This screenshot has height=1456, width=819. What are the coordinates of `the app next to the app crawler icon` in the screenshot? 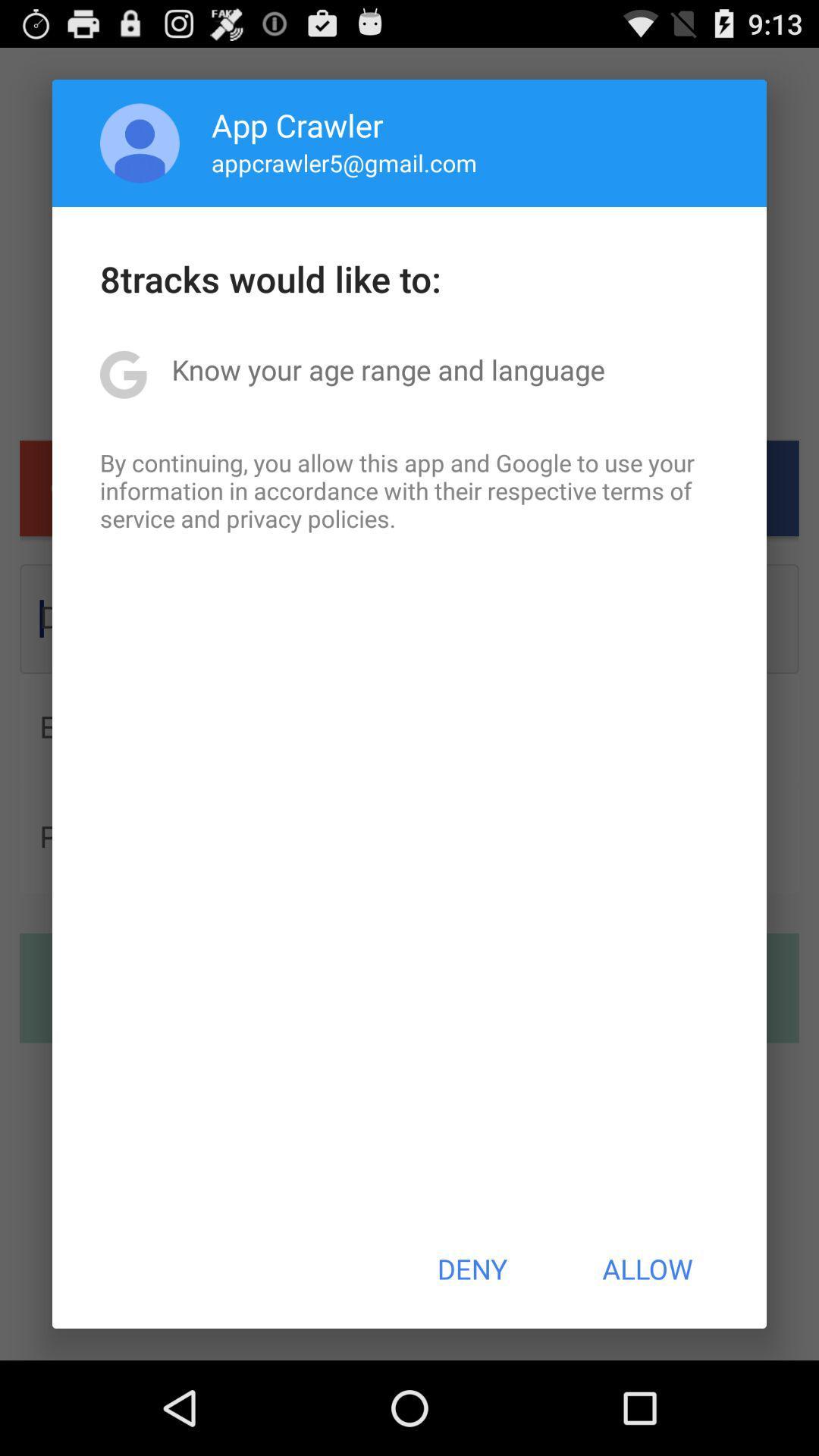 It's located at (140, 143).